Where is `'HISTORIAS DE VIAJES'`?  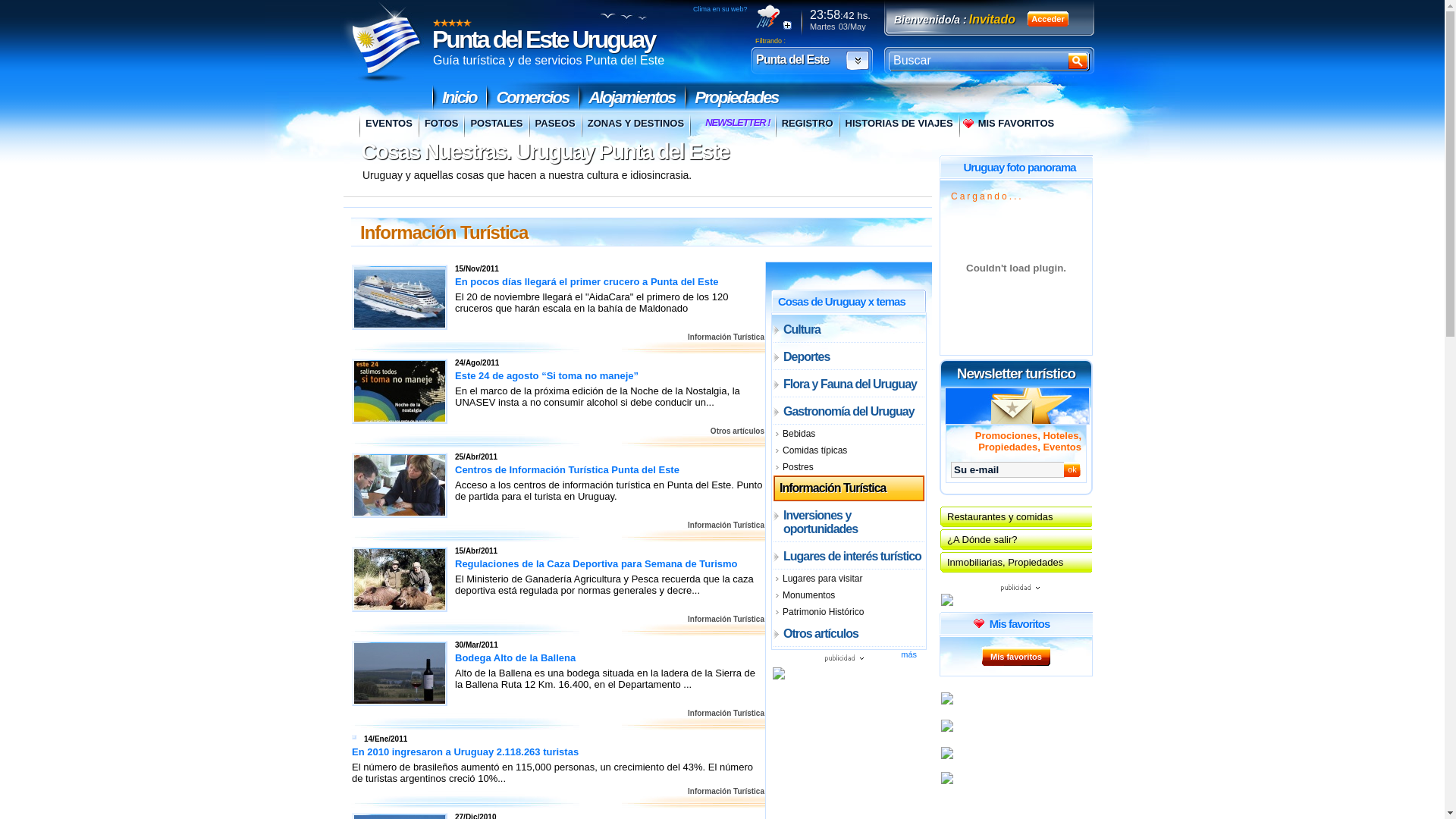
'HISTORIAS DE VIAJES' is located at coordinates (899, 124).